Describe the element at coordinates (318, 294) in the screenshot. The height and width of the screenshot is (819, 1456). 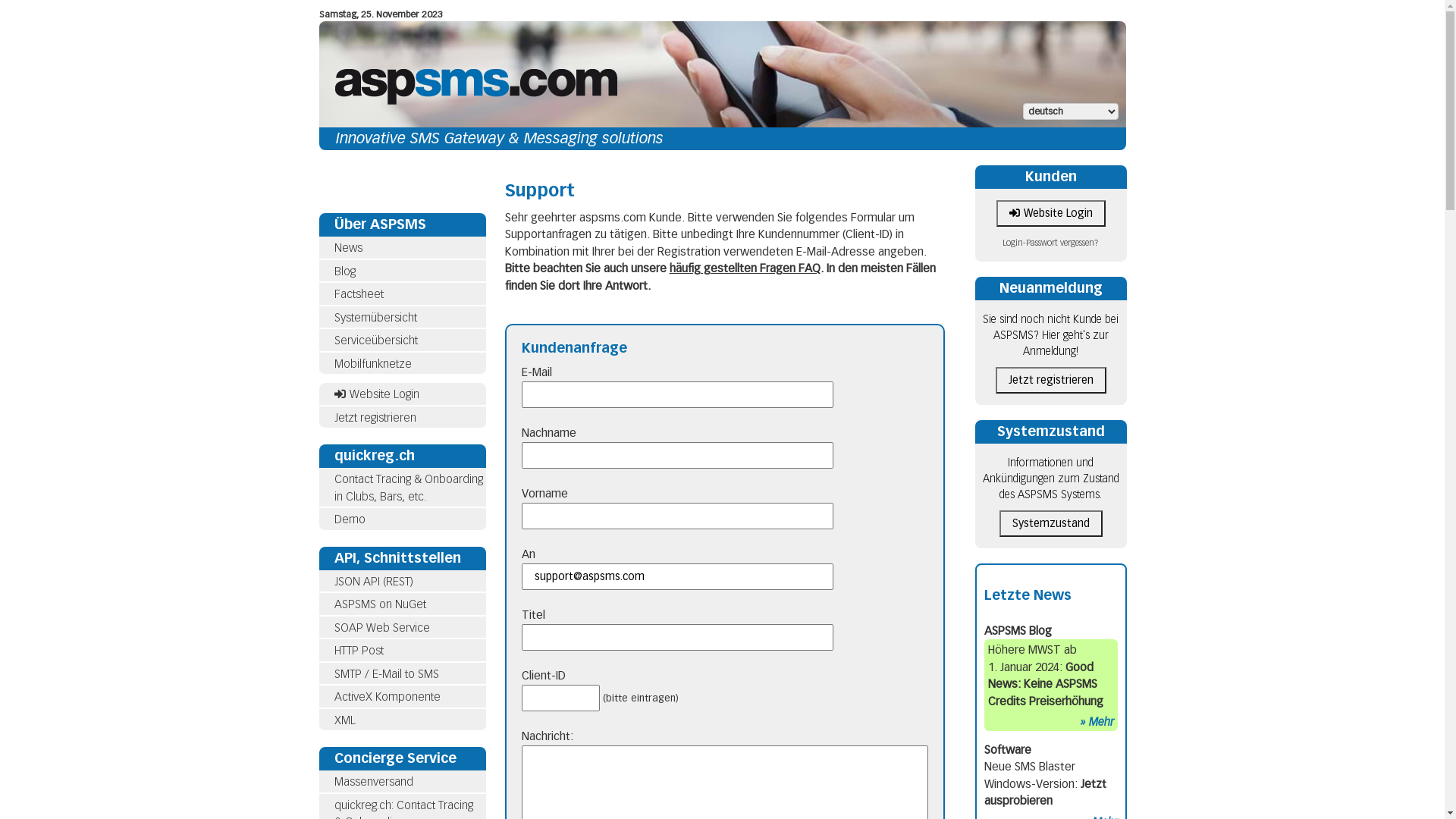
I see `'Factsheet'` at that location.